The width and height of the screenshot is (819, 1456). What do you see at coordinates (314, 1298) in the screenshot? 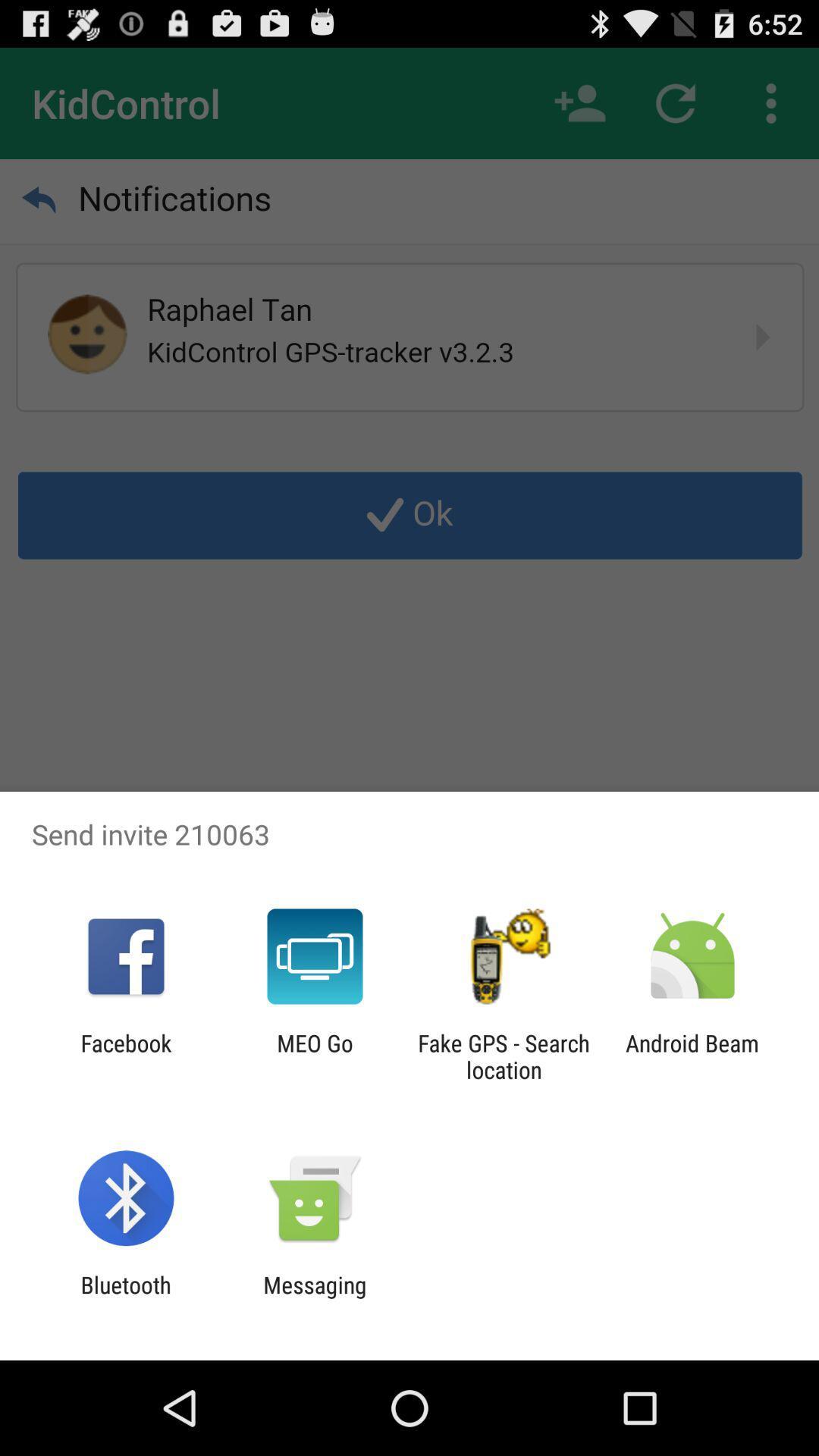
I see `item to the right of bluetooth` at bounding box center [314, 1298].